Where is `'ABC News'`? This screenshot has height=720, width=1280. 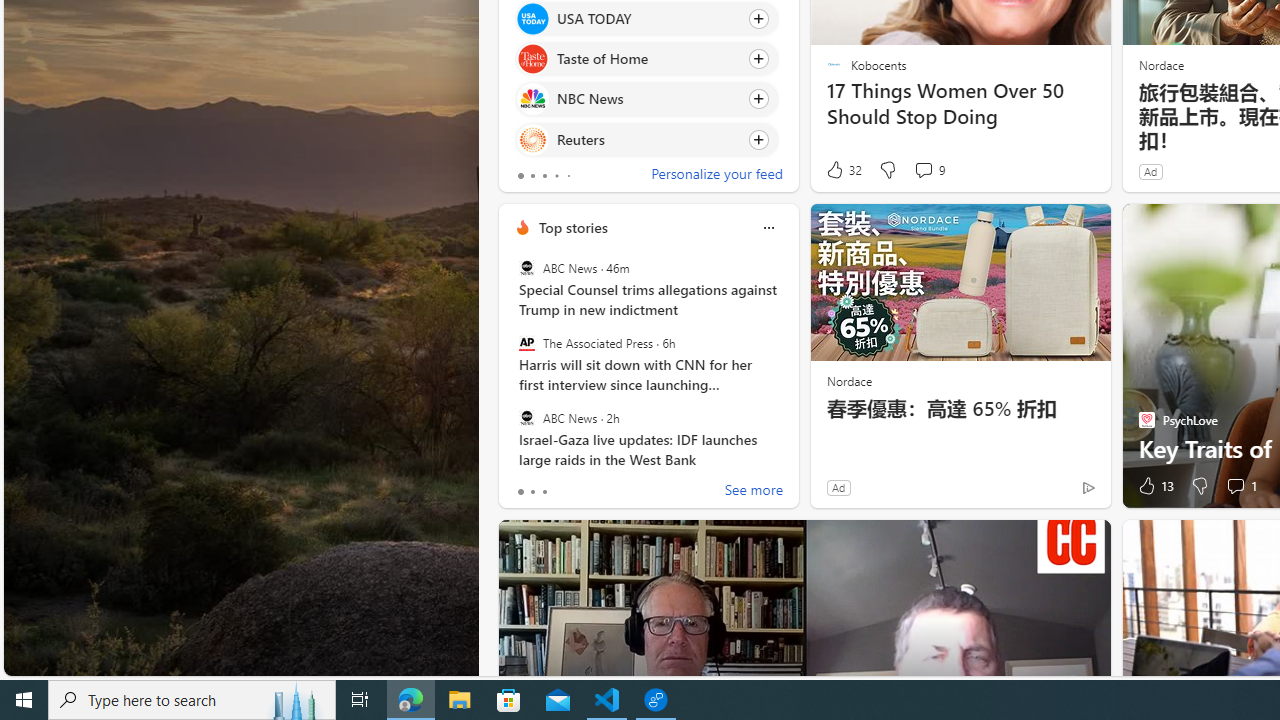 'ABC News' is located at coordinates (526, 416).